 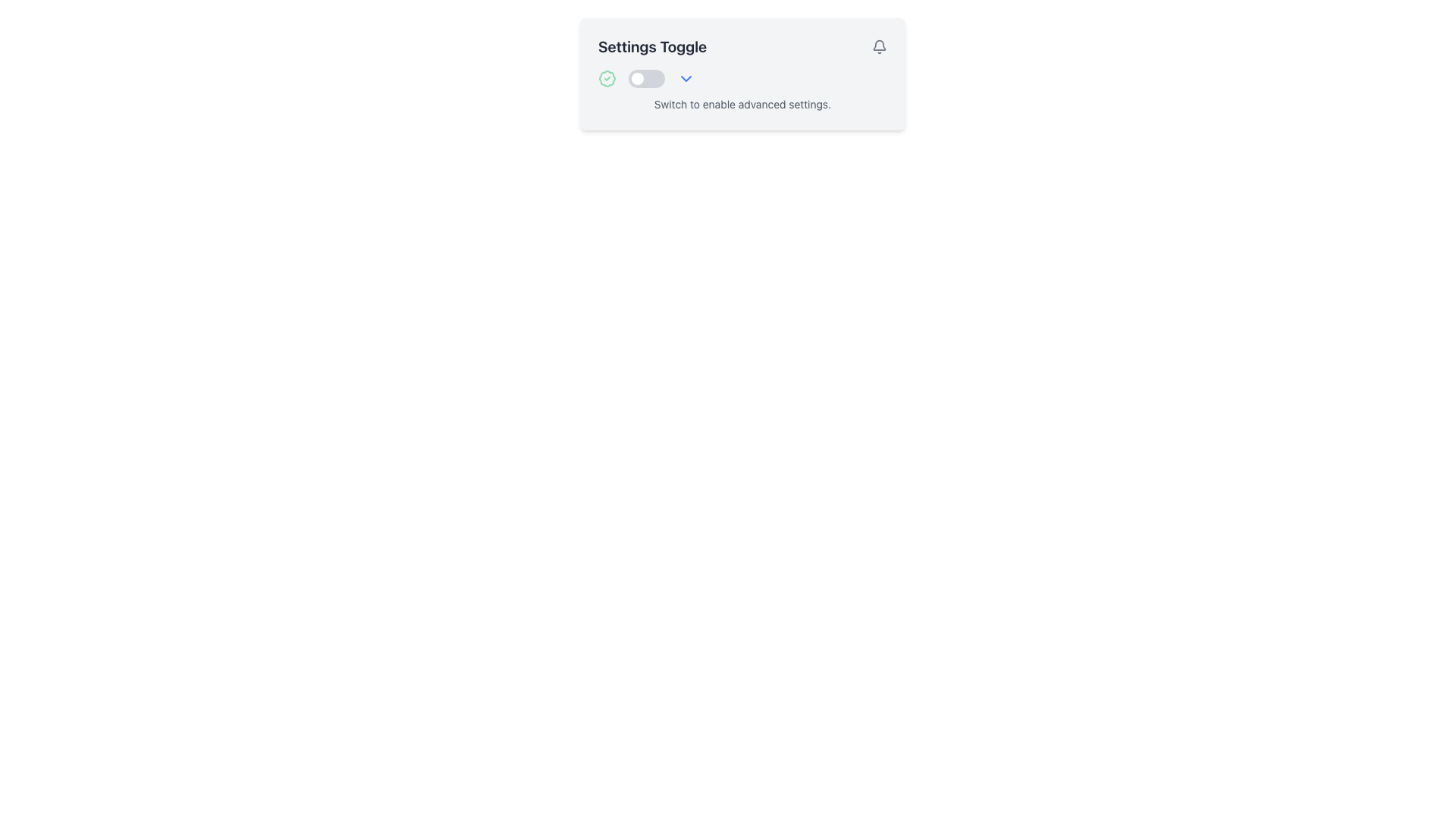 What do you see at coordinates (742, 104) in the screenshot?
I see `the descriptive text label below the toggle switch to associate it with the toggle functionality` at bounding box center [742, 104].